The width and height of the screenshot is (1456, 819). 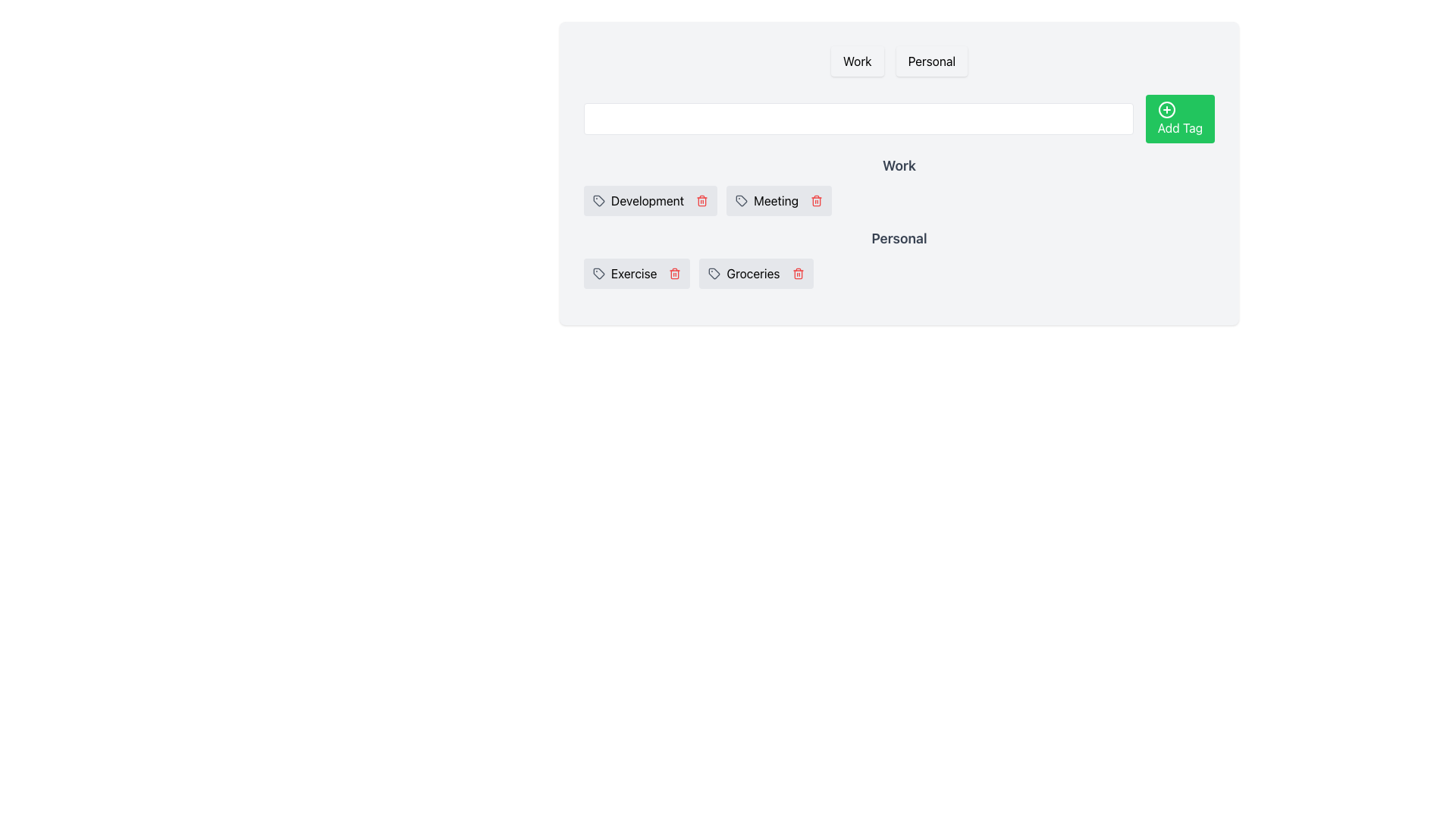 I want to click on the toggle button for the 'Personal' category, which is the second button in a pair located near the top of the interface, so click(x=930, y=61).